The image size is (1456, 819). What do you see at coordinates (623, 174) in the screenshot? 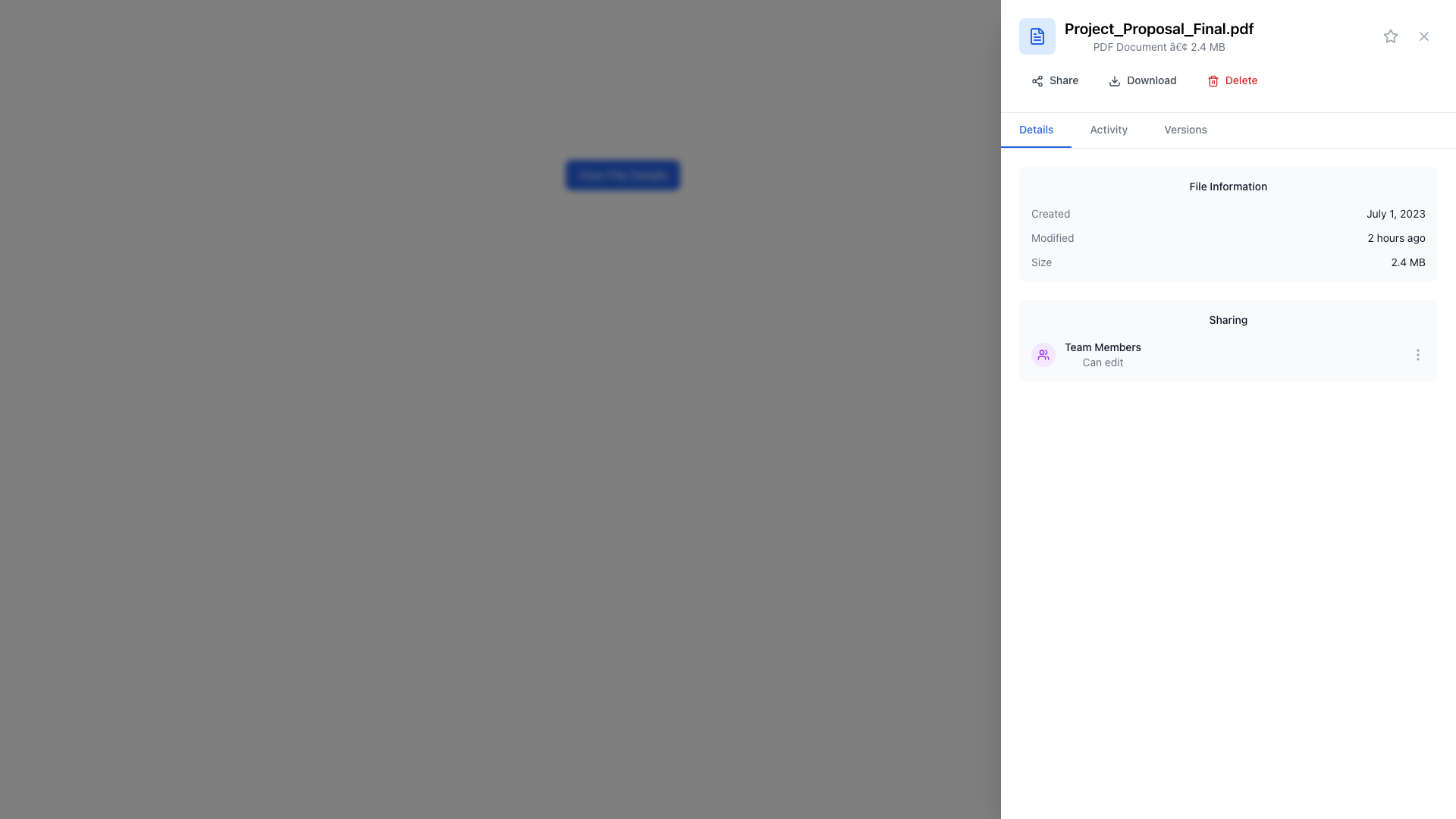
I see `the button labeled 'View File Details' with a blue background to initiate the file detail view` at bounding box center [623, 174].